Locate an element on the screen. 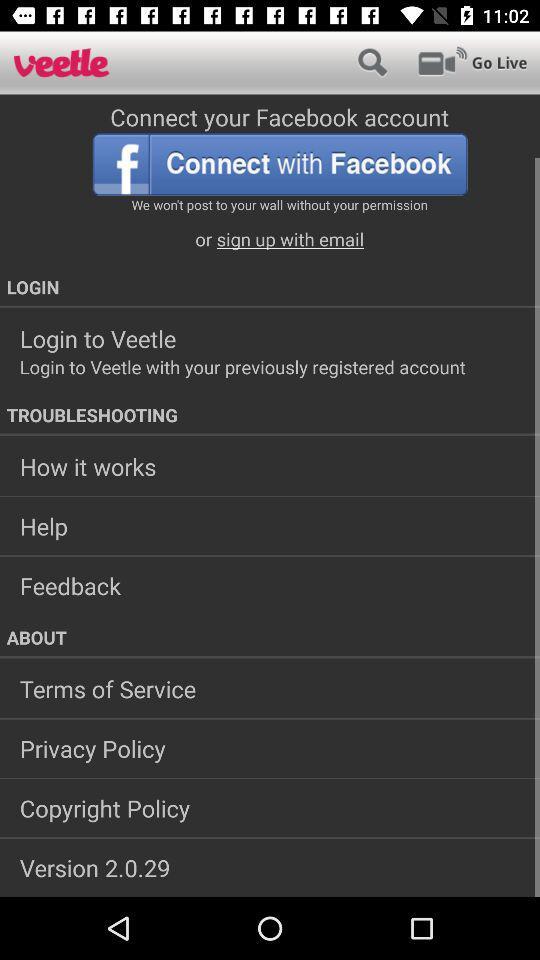 The image size is (540, 960). the version 2 0 item is located at coordinates (270, 866).